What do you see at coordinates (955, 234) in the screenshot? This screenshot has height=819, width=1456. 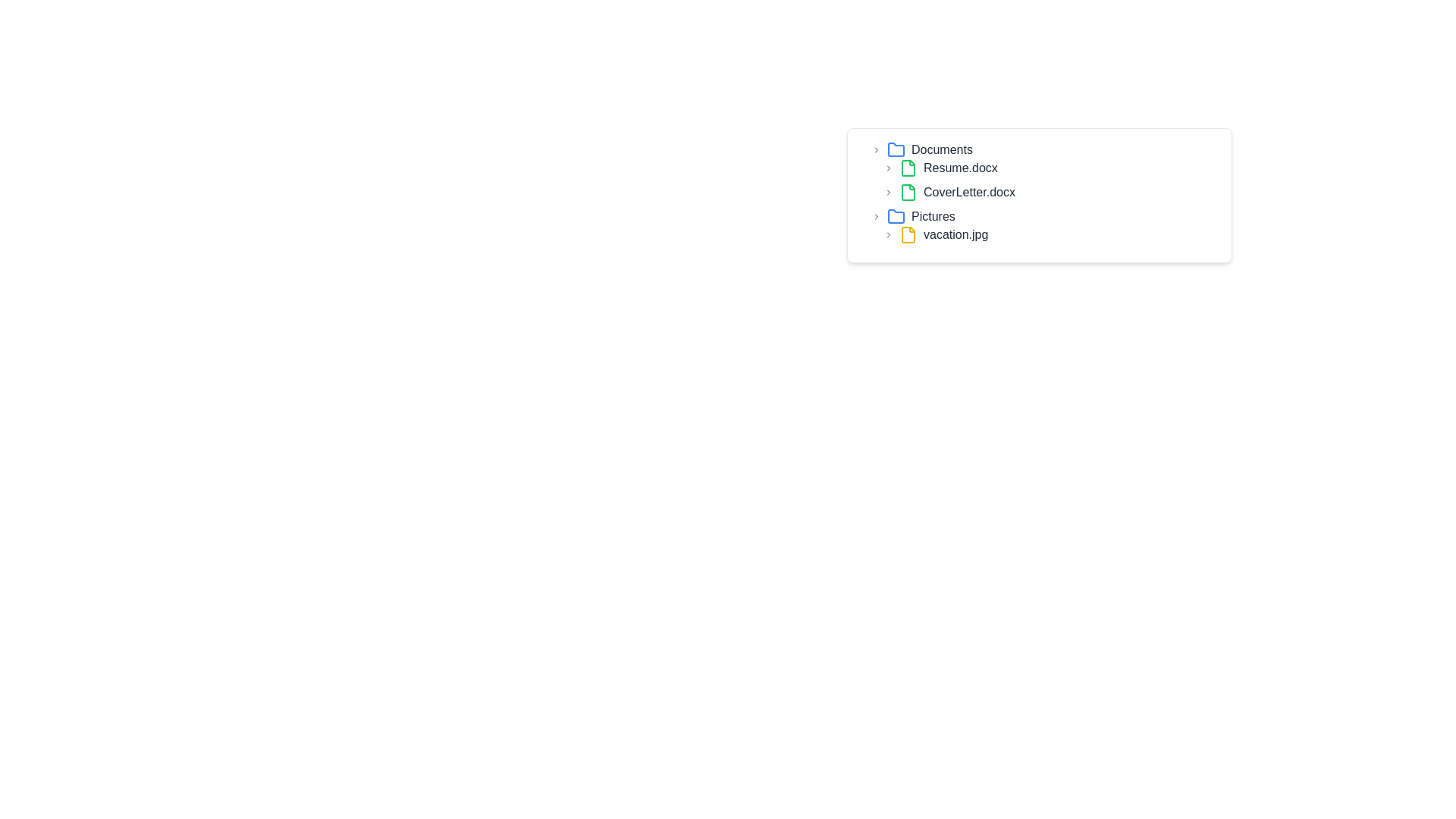 I see `the text label representing the name of the file located as the rightmost component after the file icon` at bounding box center [955, 234].